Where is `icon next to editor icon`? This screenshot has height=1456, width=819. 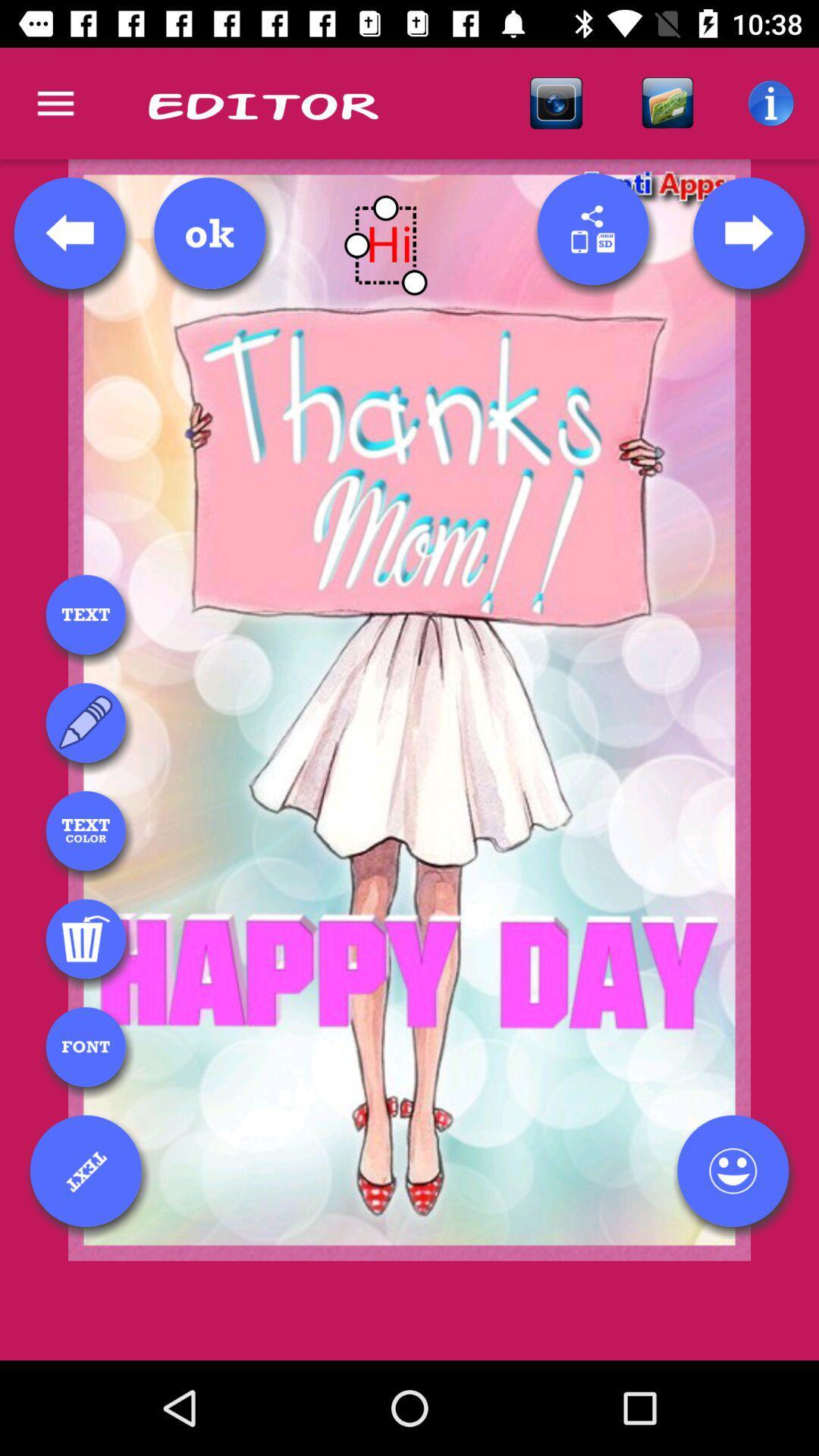 icon next to editor icon is located at coordinates (55, 102).